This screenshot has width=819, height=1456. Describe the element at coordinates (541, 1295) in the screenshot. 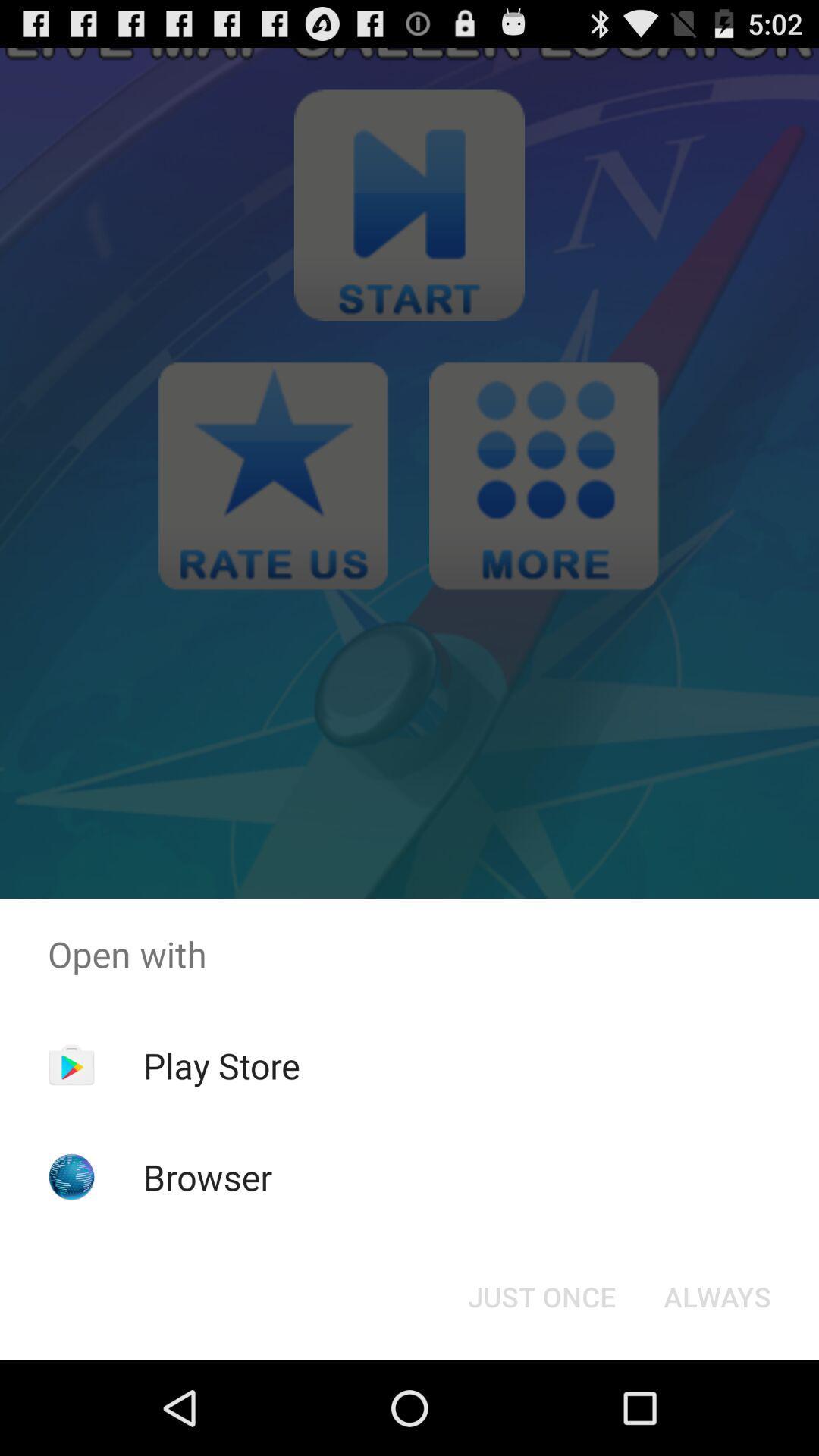

I see `just once icon` at that location.